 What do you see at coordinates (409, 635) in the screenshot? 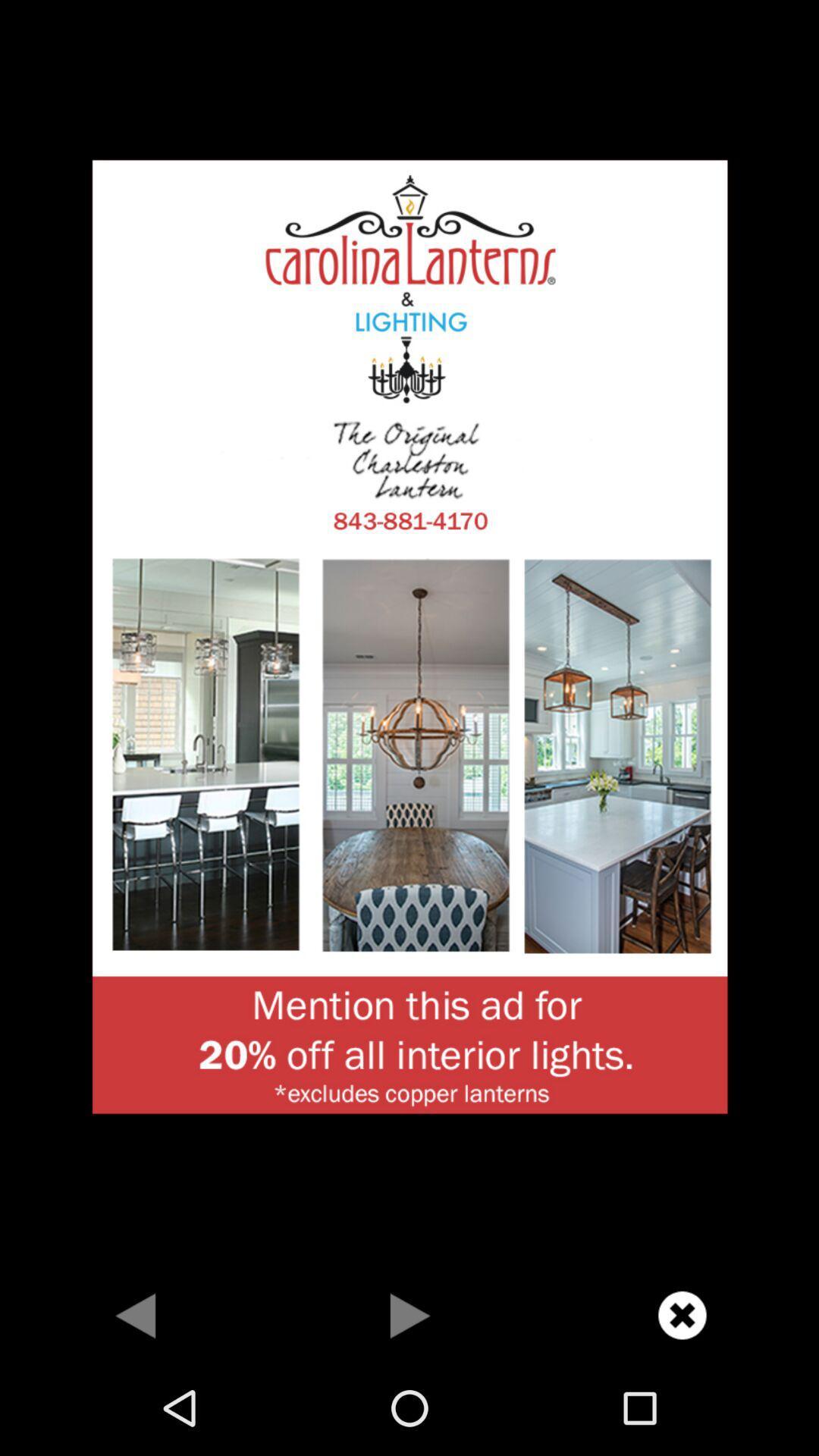
I see `open the advertisement` at bounding box center [409, 635].